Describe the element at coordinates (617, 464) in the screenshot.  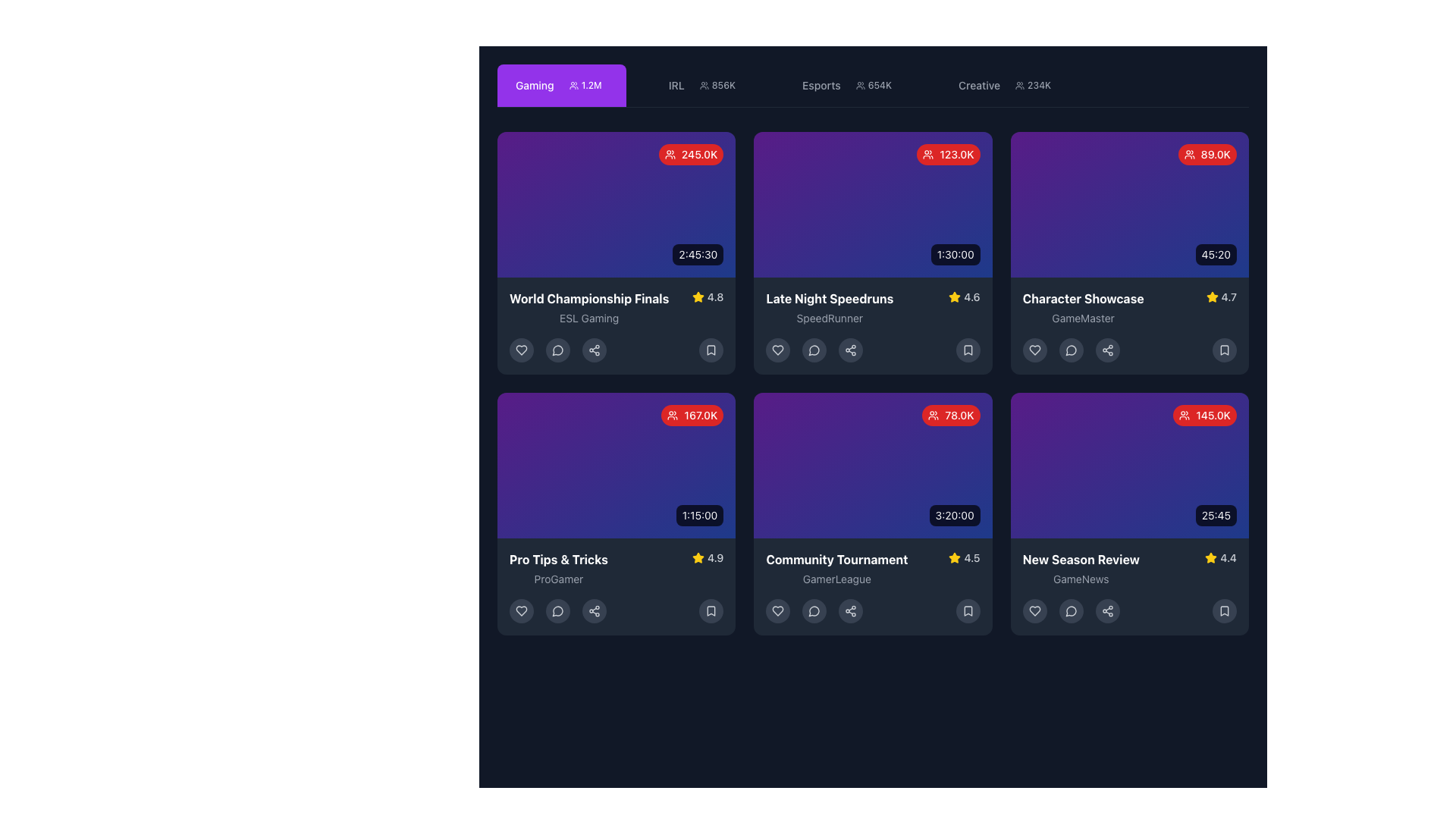
I see `the third card in the second row of the grid layout` at that location.